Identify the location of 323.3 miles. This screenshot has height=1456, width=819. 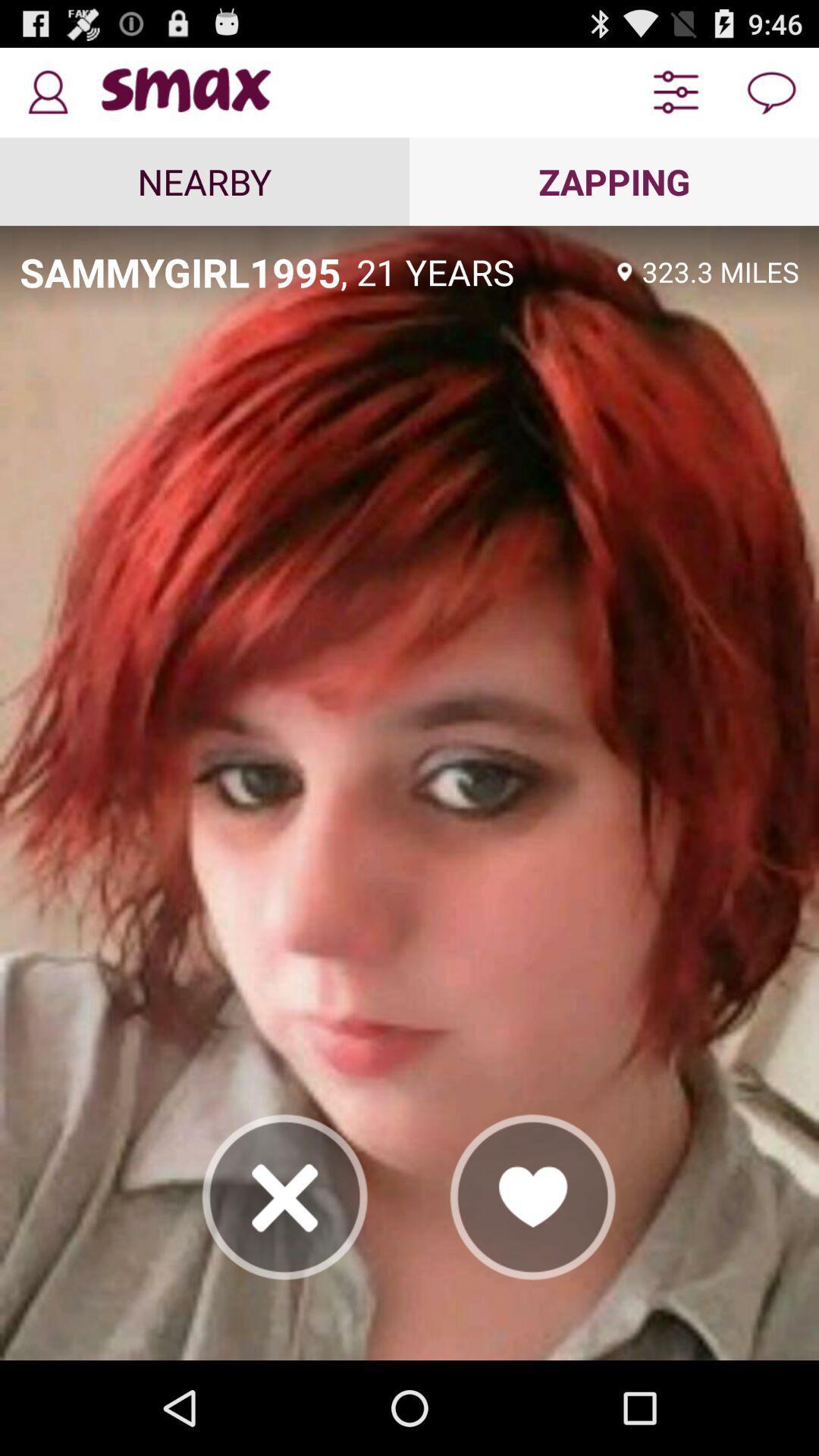
(720, 271).